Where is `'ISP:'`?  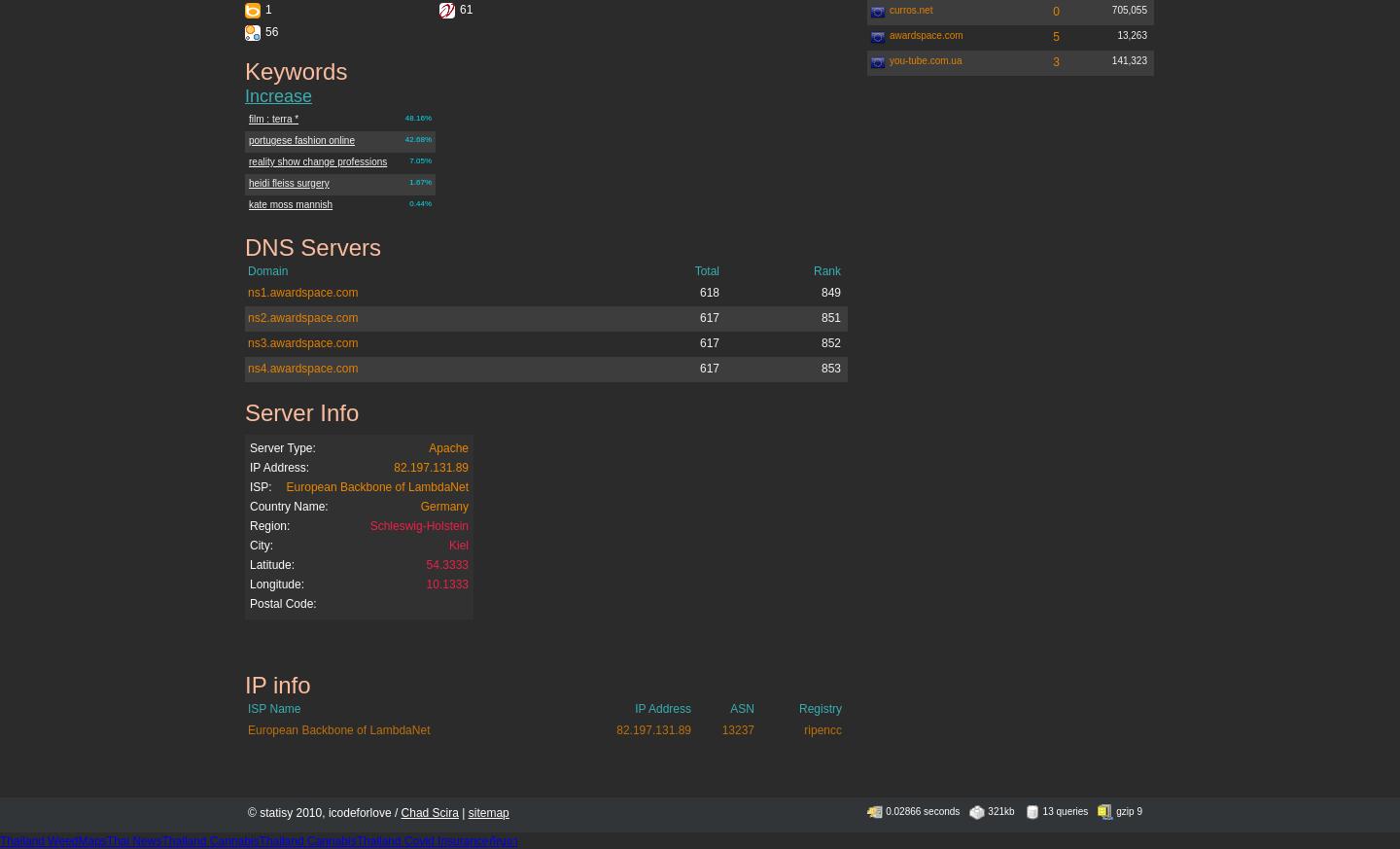 'ISP:' is located at coordinates (259, 487).